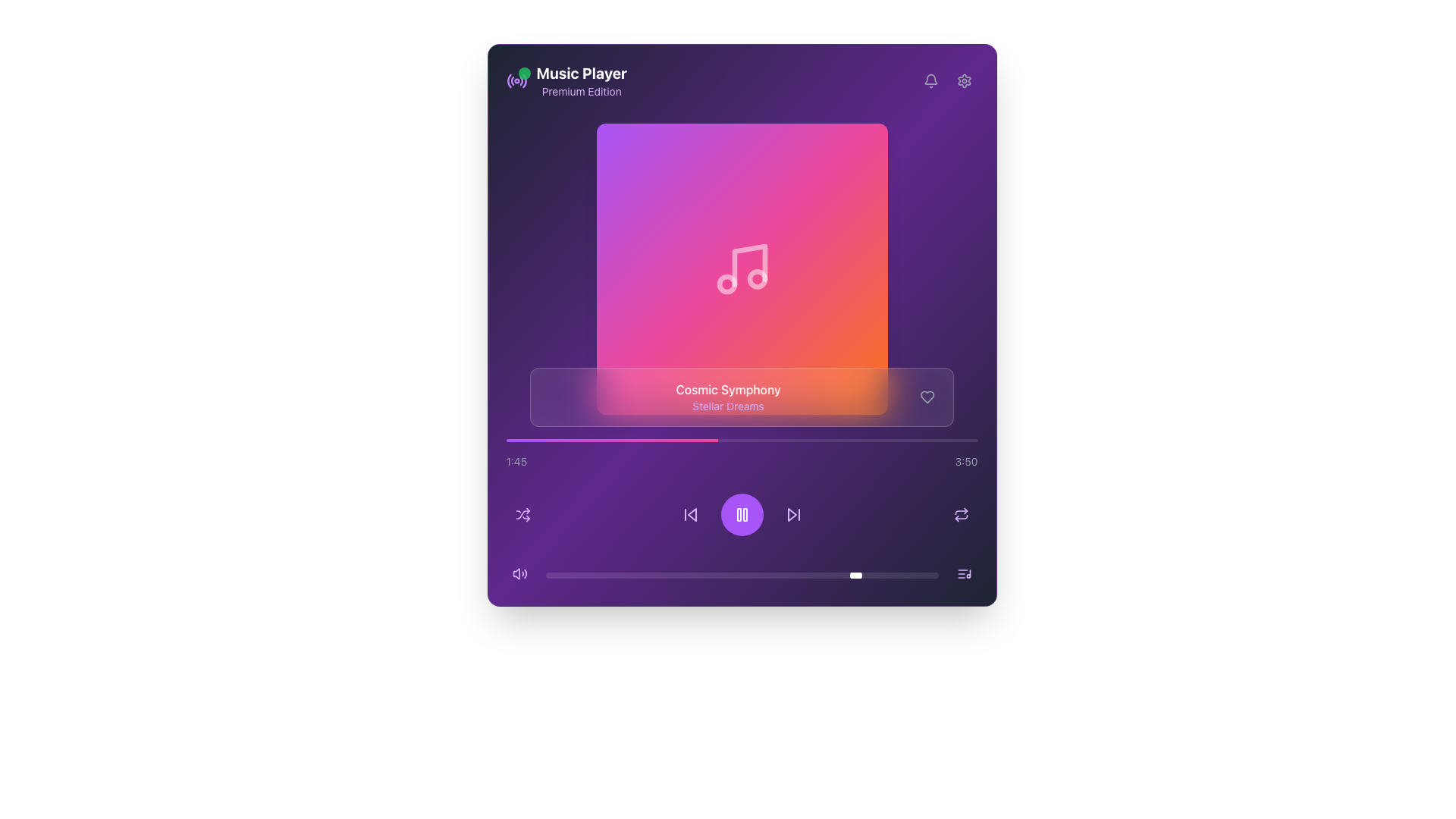  What do you see at coordinates (722, 441) in the screenshot?
I see `the playback position` at bounding box center [722, 441].